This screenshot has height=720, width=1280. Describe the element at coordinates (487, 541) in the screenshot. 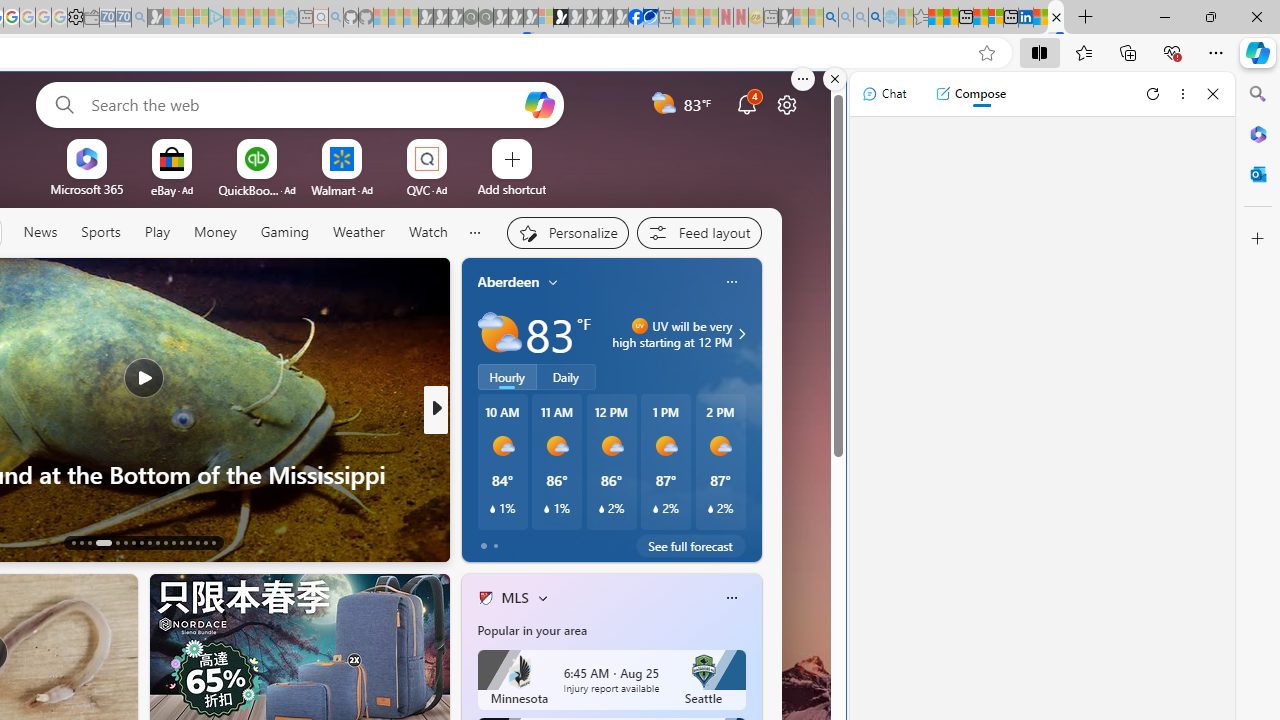

I see `'76 Like'` at that location.